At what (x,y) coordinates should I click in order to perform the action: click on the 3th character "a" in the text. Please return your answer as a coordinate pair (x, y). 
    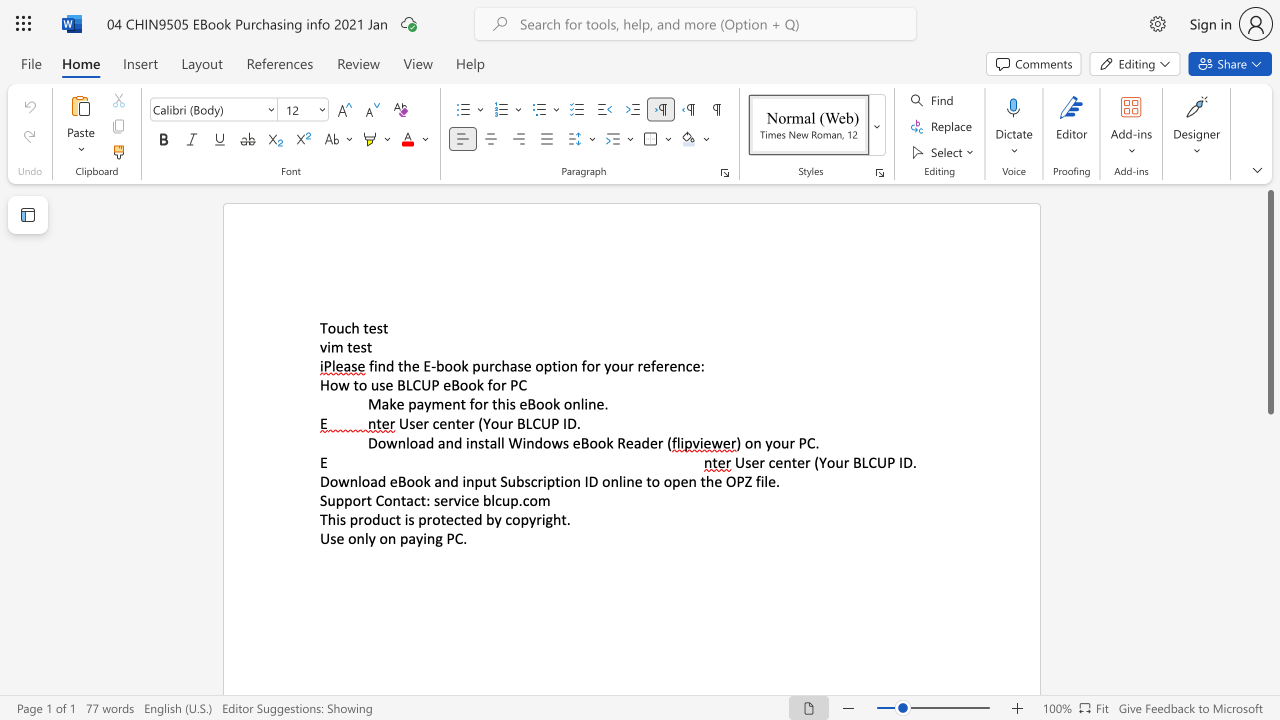
    Looking at the image, I should click on (493, 442).